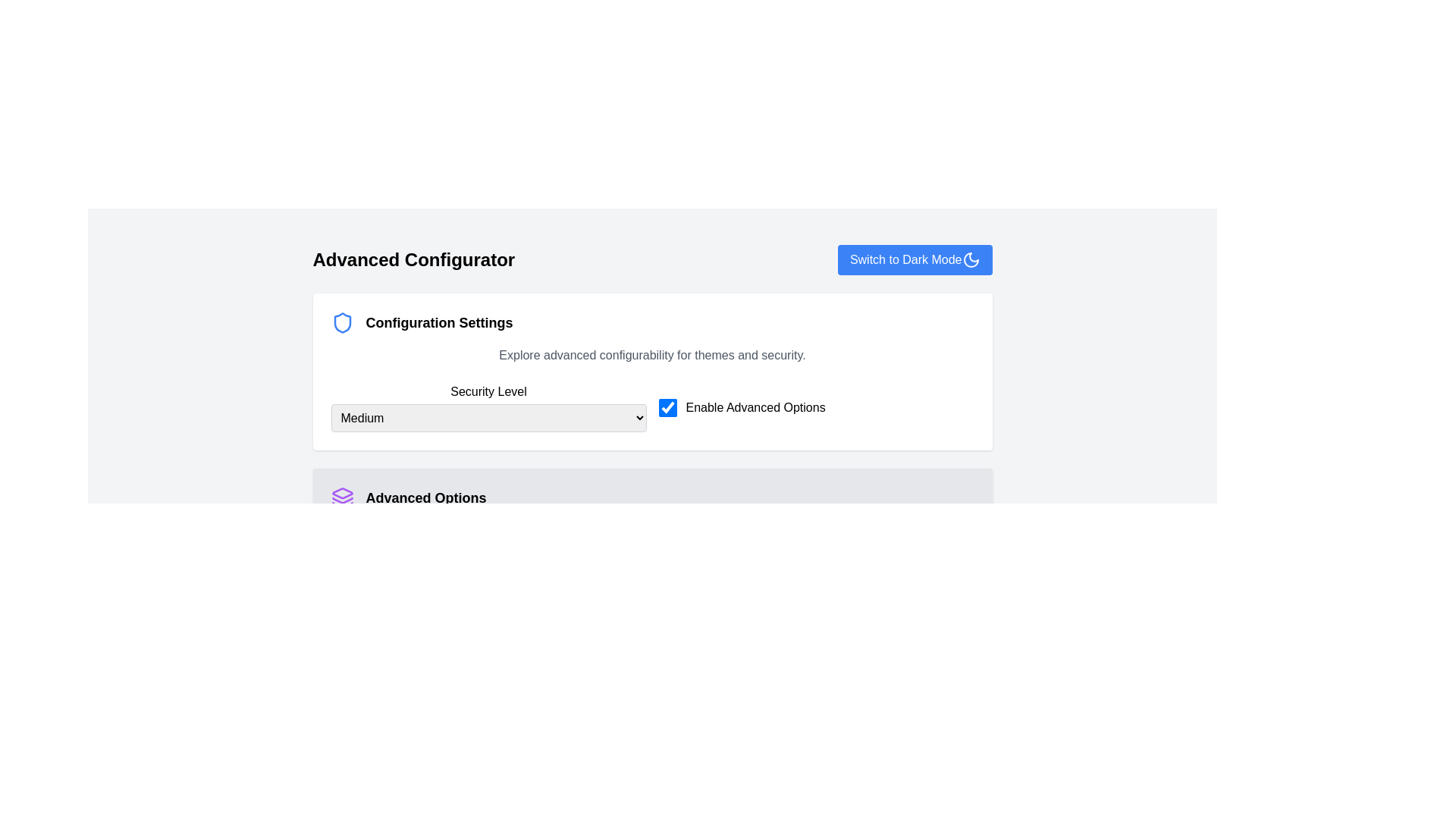  Describe the element at coordinates (652, 356) in the screenshot. I see `the static text label that provides contextual information about the configurability options available in the section, located below the title 'Configuration Settings'` at that location.